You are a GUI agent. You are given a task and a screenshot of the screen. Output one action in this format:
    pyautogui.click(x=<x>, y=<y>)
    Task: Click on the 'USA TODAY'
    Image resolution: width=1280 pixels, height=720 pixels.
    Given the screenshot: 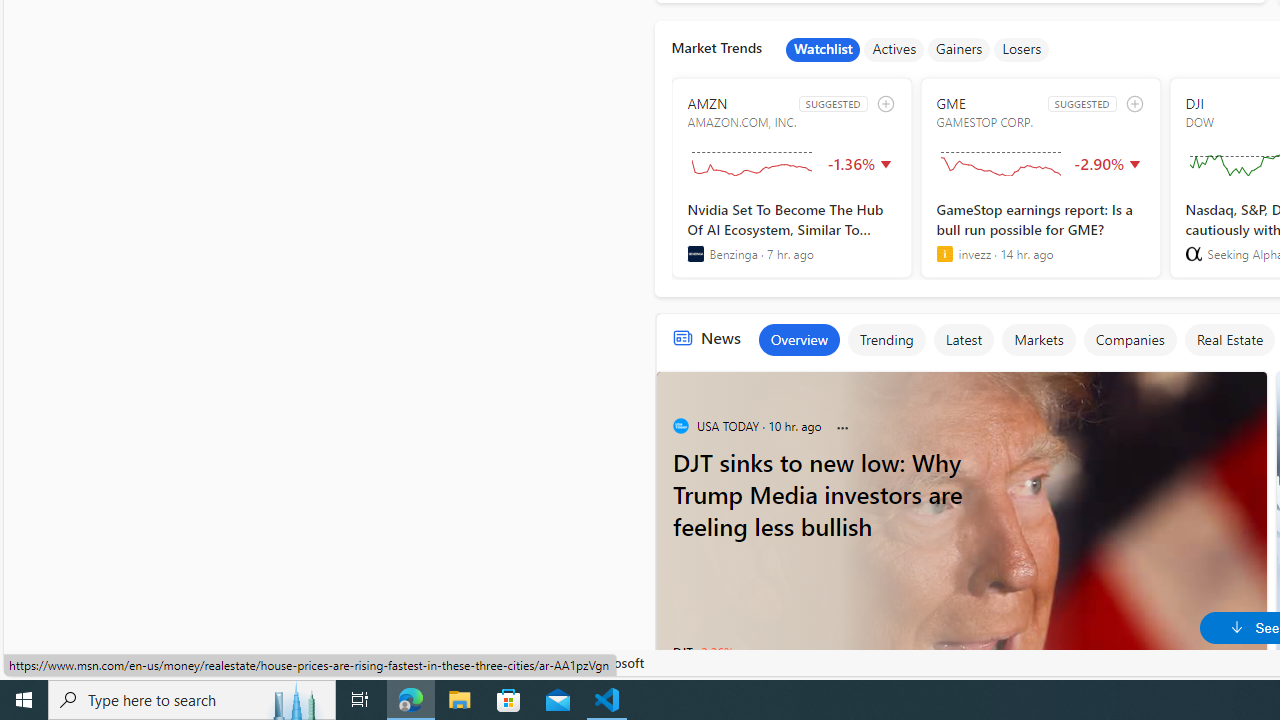 What is the action you would take?
    pyautogui.click(x=680, y=425)
    